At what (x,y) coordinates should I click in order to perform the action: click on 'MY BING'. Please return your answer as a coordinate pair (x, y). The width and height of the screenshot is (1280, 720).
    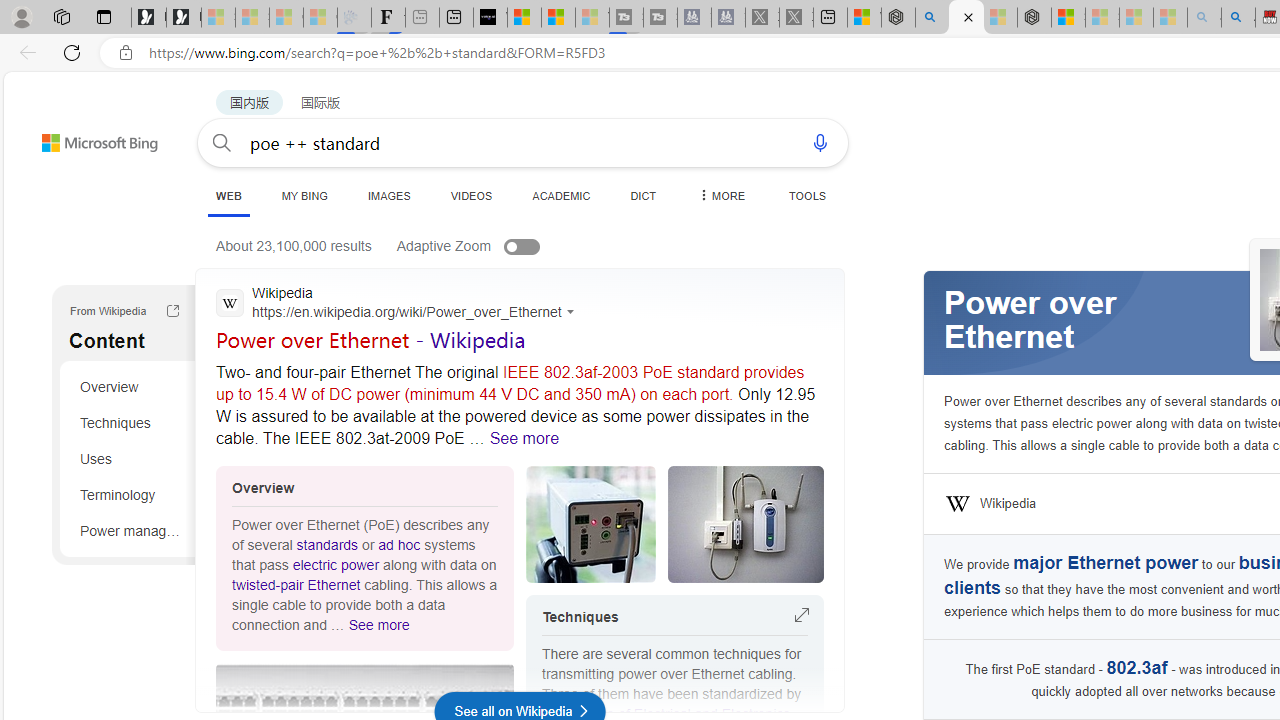
    Looking at the image, I should click on (303, 195).